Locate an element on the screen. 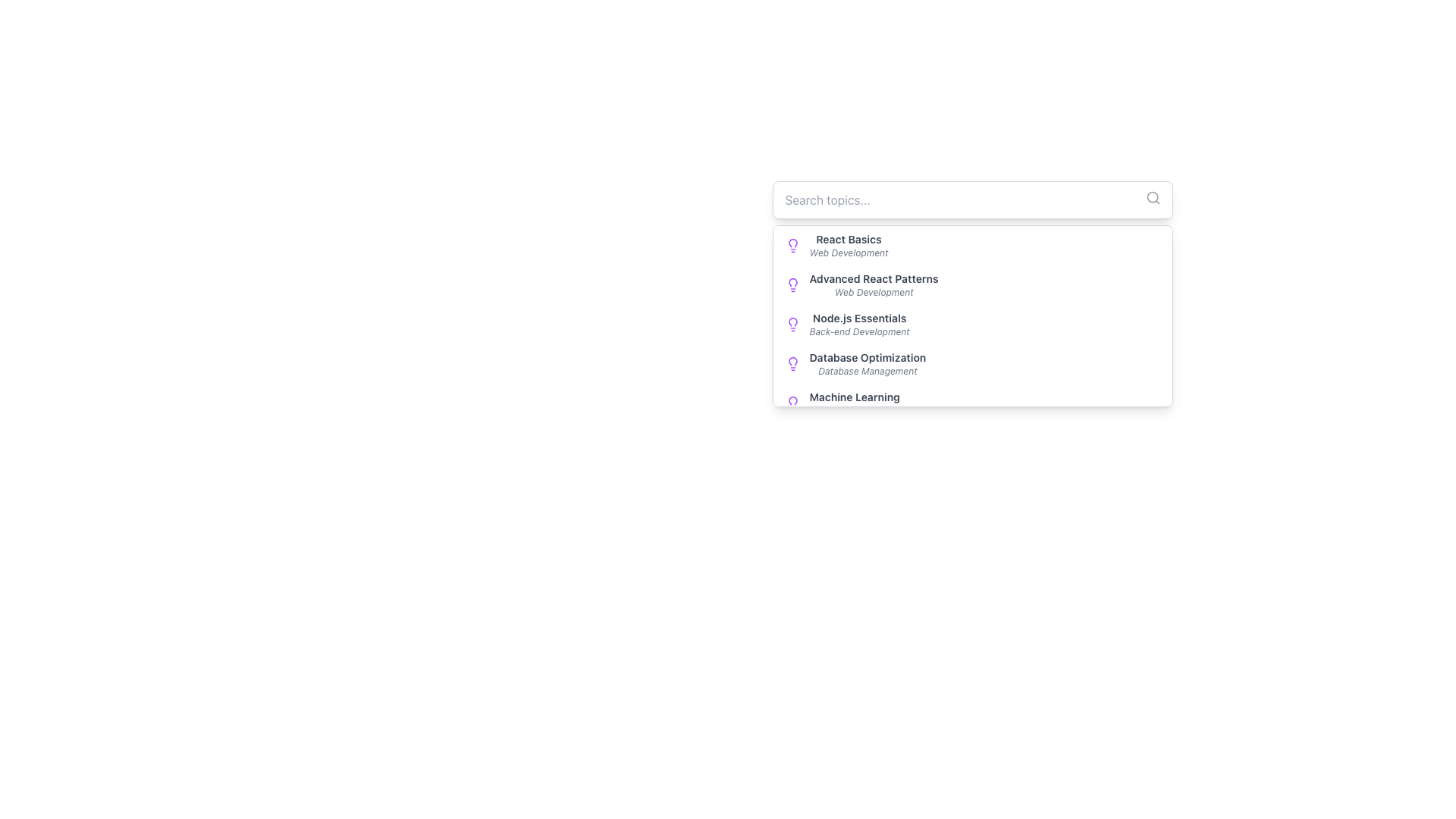 This screenshot has width=1456, height=819. the fourth list item in the dropdown related to 'Database Optimization' under 'Search topics...' is located at coordinates (972, 363).